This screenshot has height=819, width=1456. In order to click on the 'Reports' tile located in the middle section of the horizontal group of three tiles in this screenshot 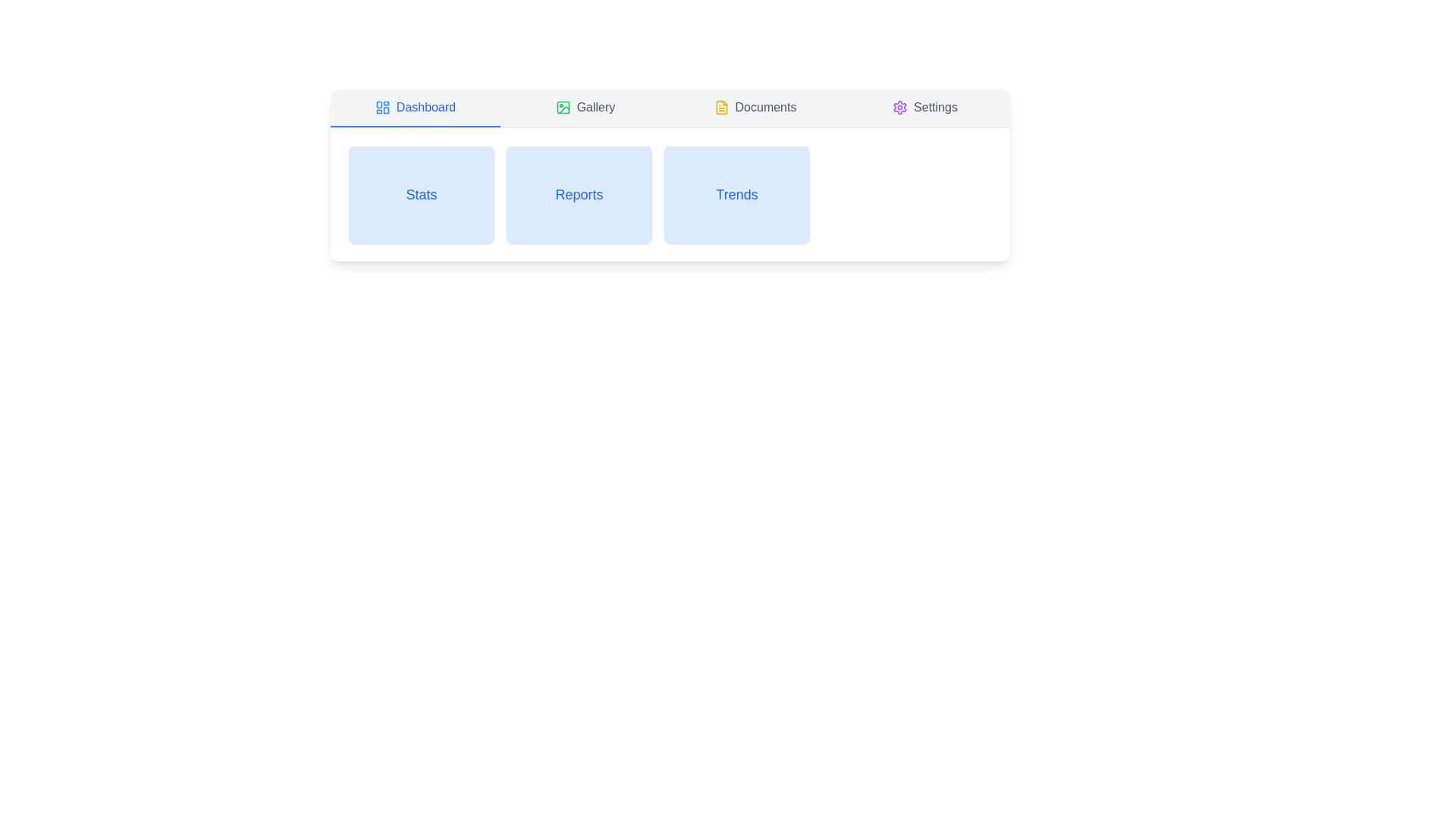, I will do `click(578, 194)`.